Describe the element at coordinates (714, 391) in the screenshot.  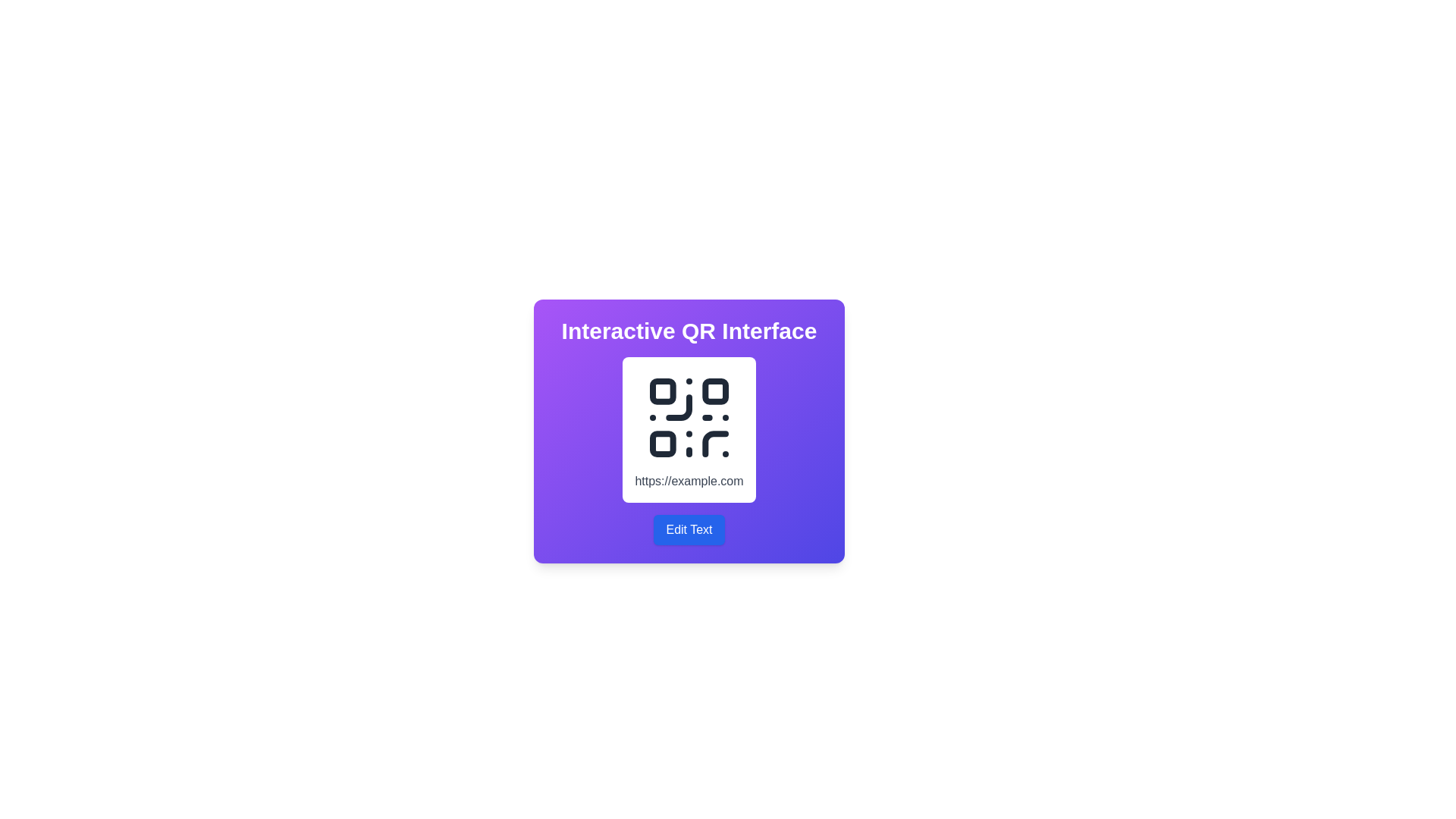
I see `the second square from the left on the top row of squares inside the QR code graphic` at that location.